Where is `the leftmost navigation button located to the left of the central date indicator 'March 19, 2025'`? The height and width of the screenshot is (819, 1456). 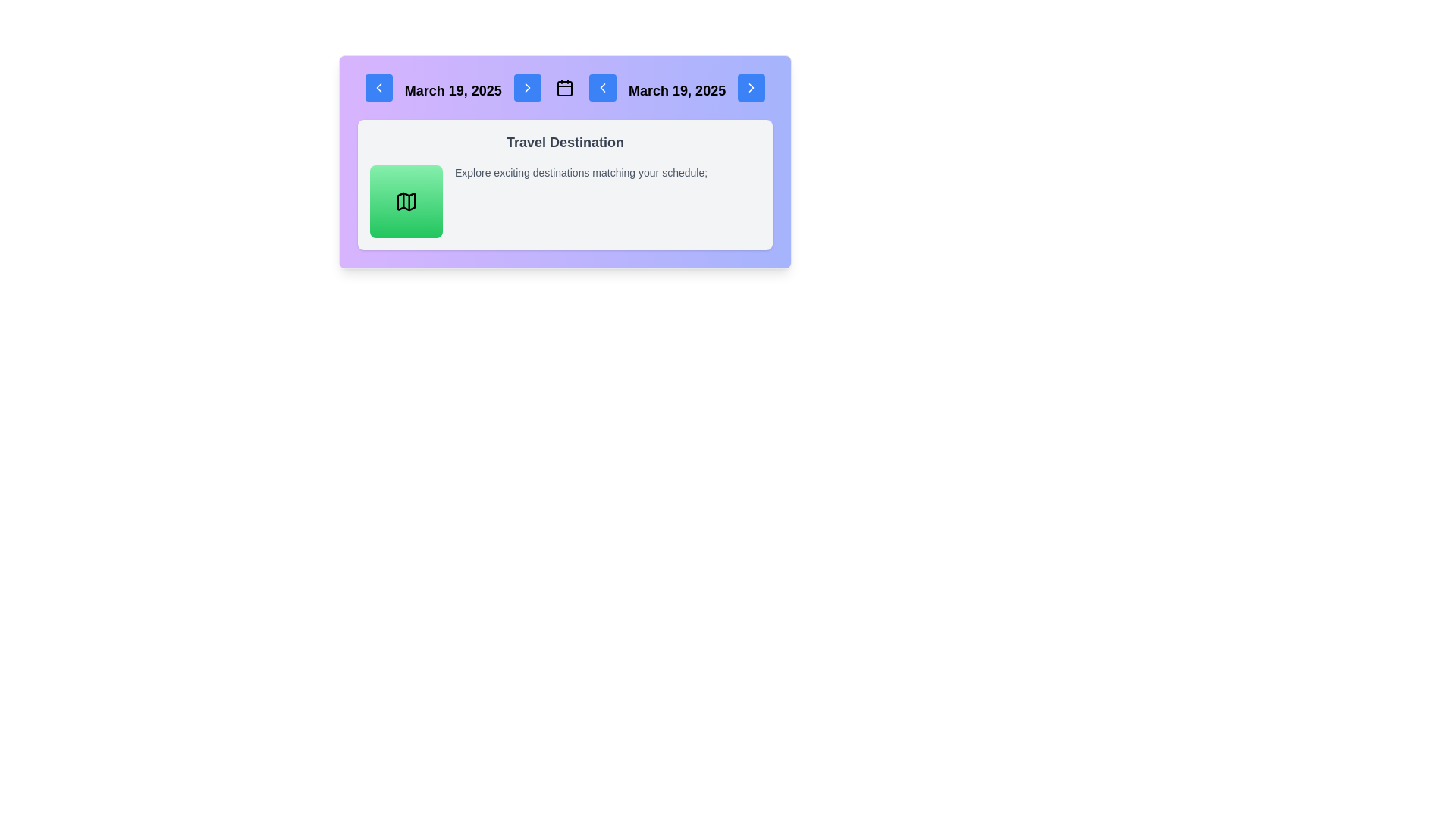 the leftmost navigation button located to the left of the central date indicator 'March 19, 2025' is located at coordinates (602, 87).